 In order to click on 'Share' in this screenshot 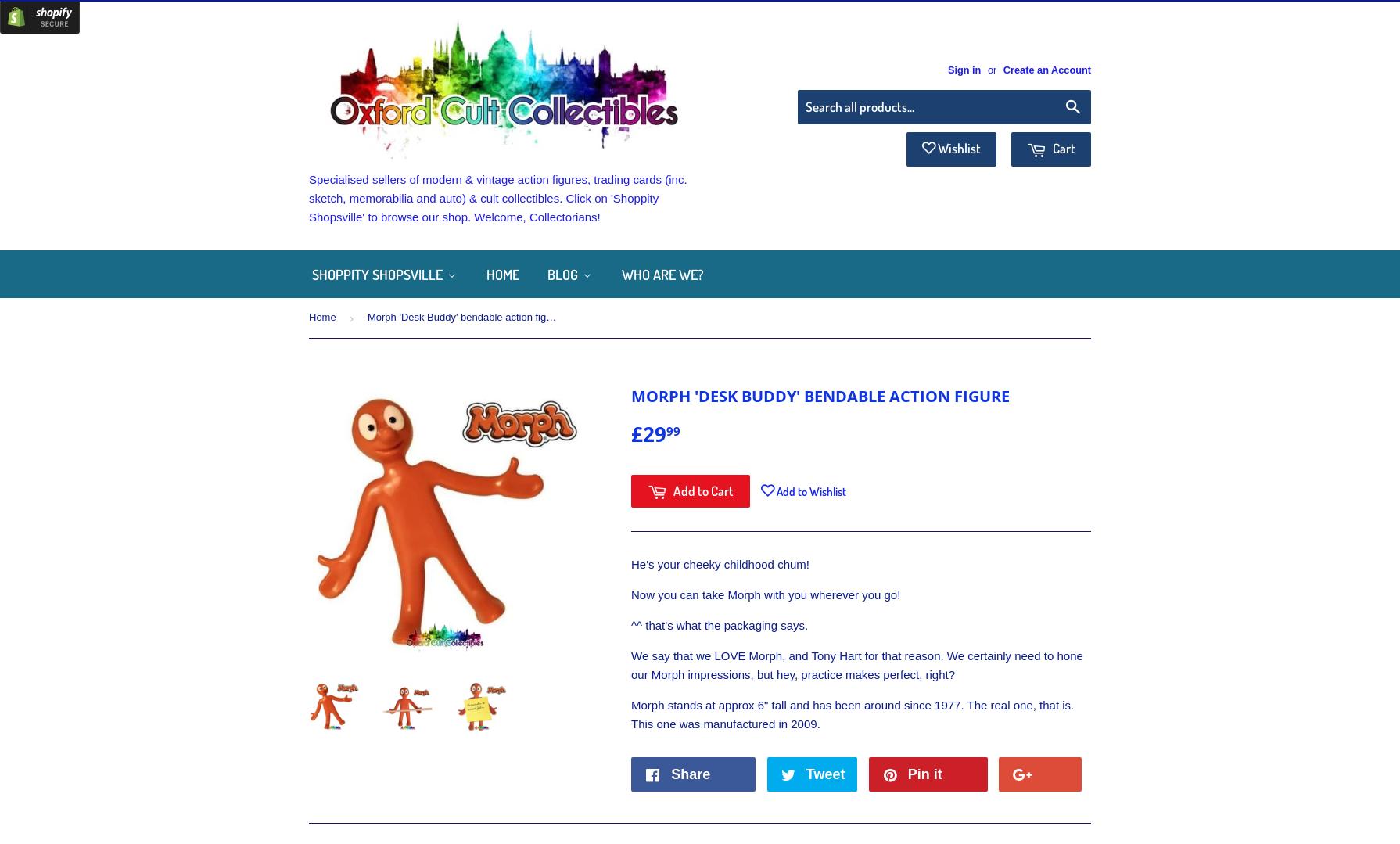, I will do `click(690, 773)`.